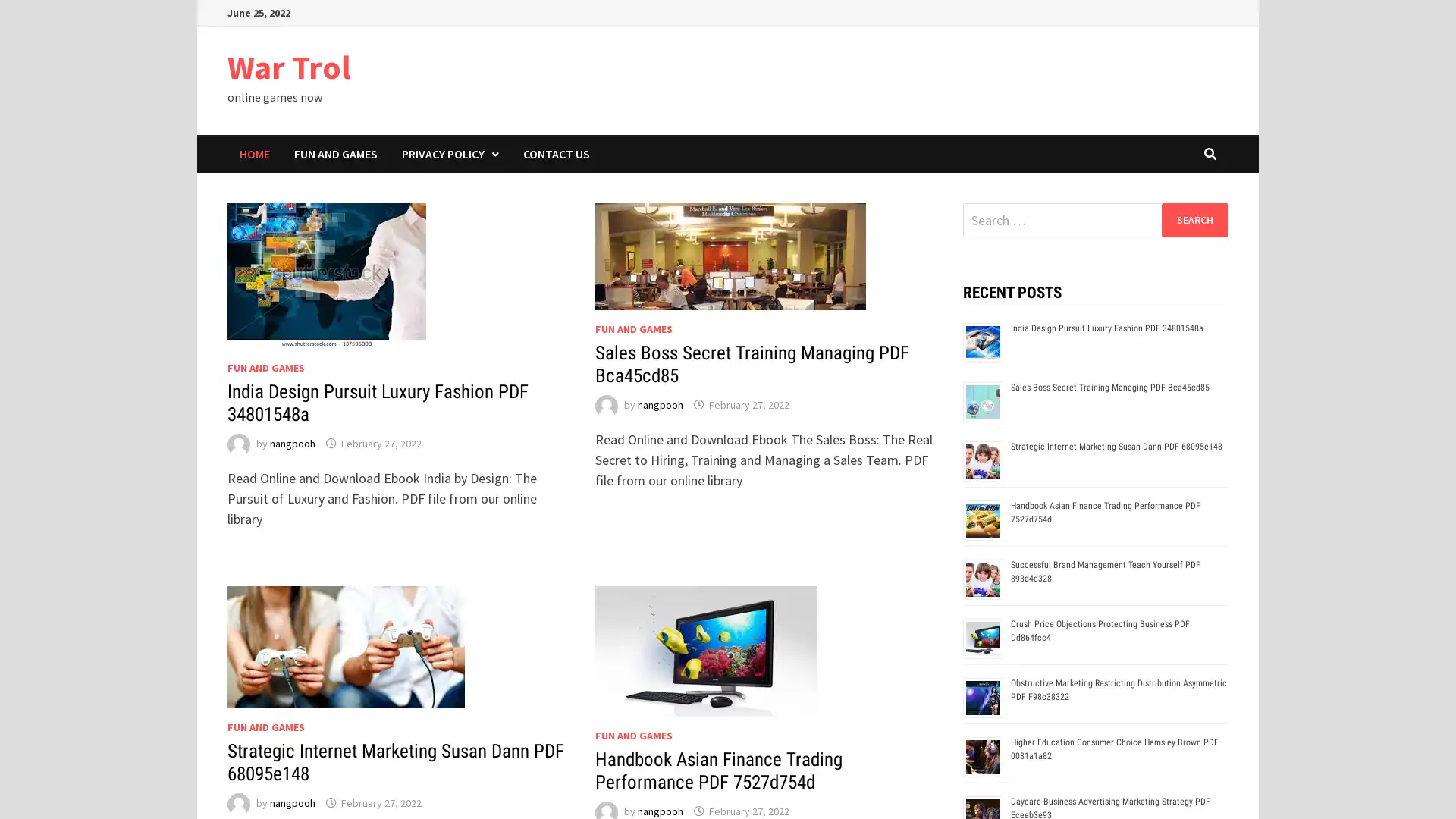  Describe the element at coordinates (1194, 219) in the screenshot. I see `Search` at that location.